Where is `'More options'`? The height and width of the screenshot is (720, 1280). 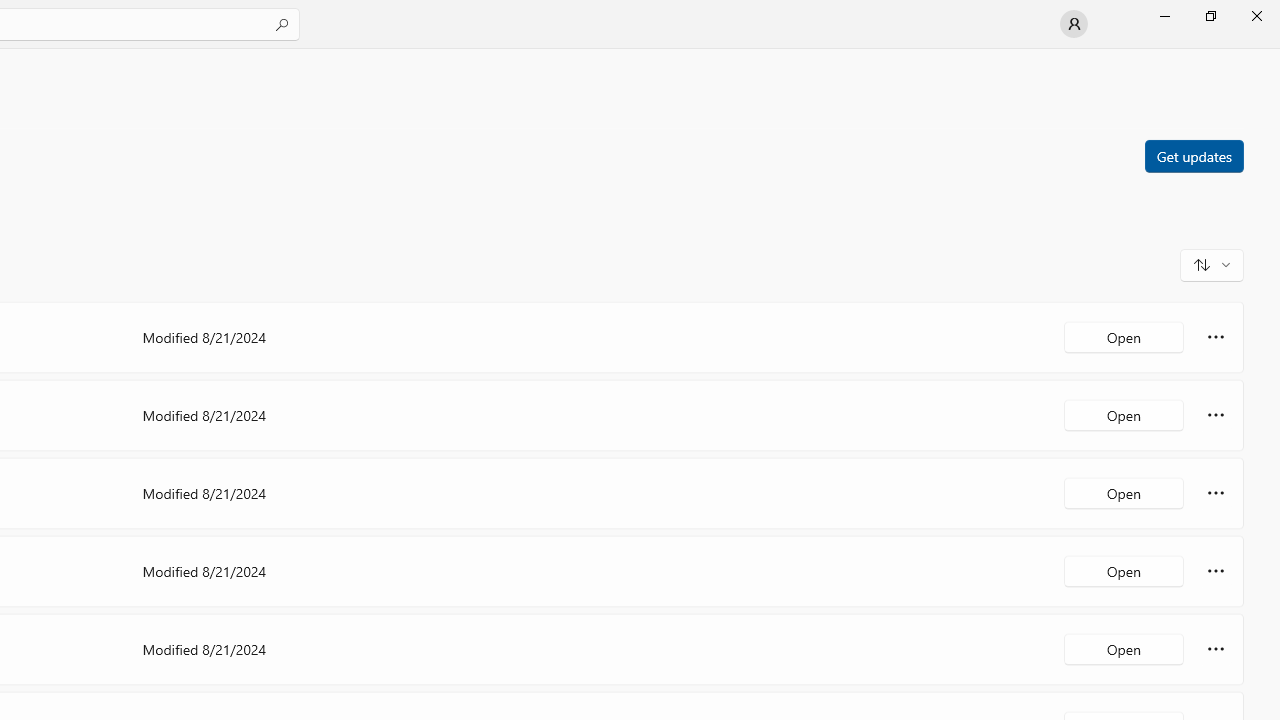
'More options' is located at coordinates (1215, 649).